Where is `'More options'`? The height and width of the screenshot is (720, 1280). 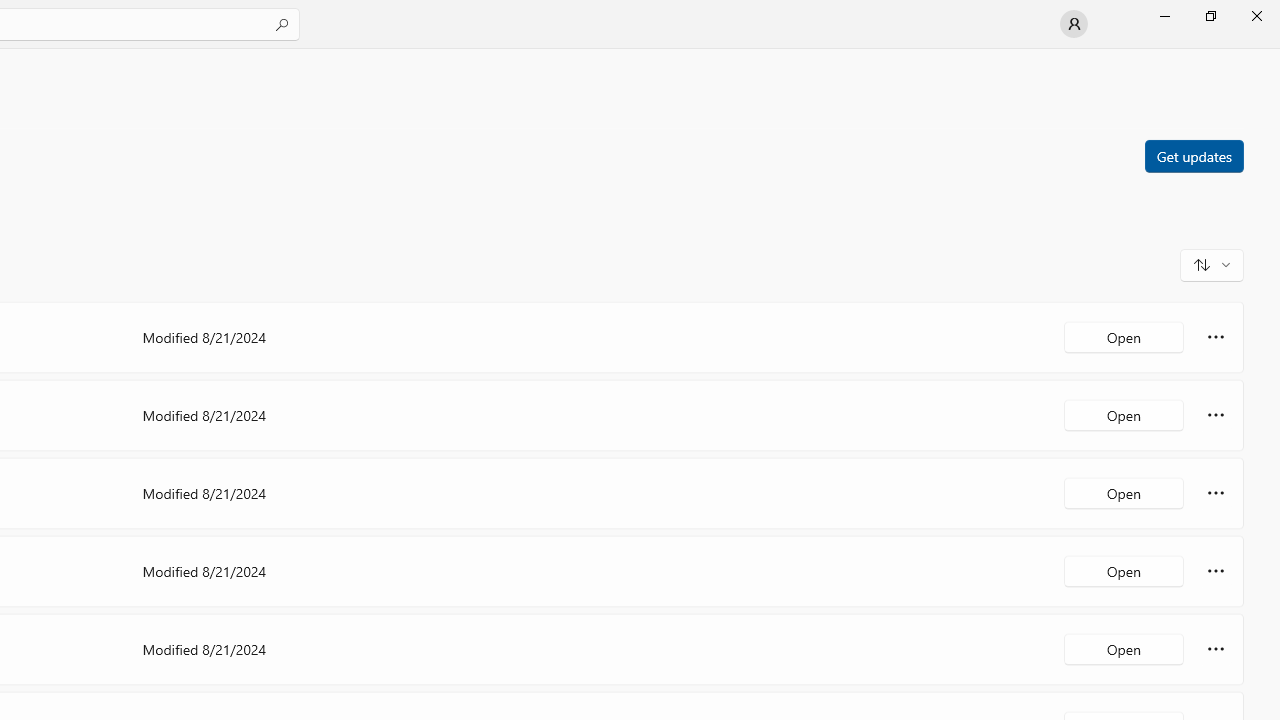
'More options' is located at coordinates (1215, 649).